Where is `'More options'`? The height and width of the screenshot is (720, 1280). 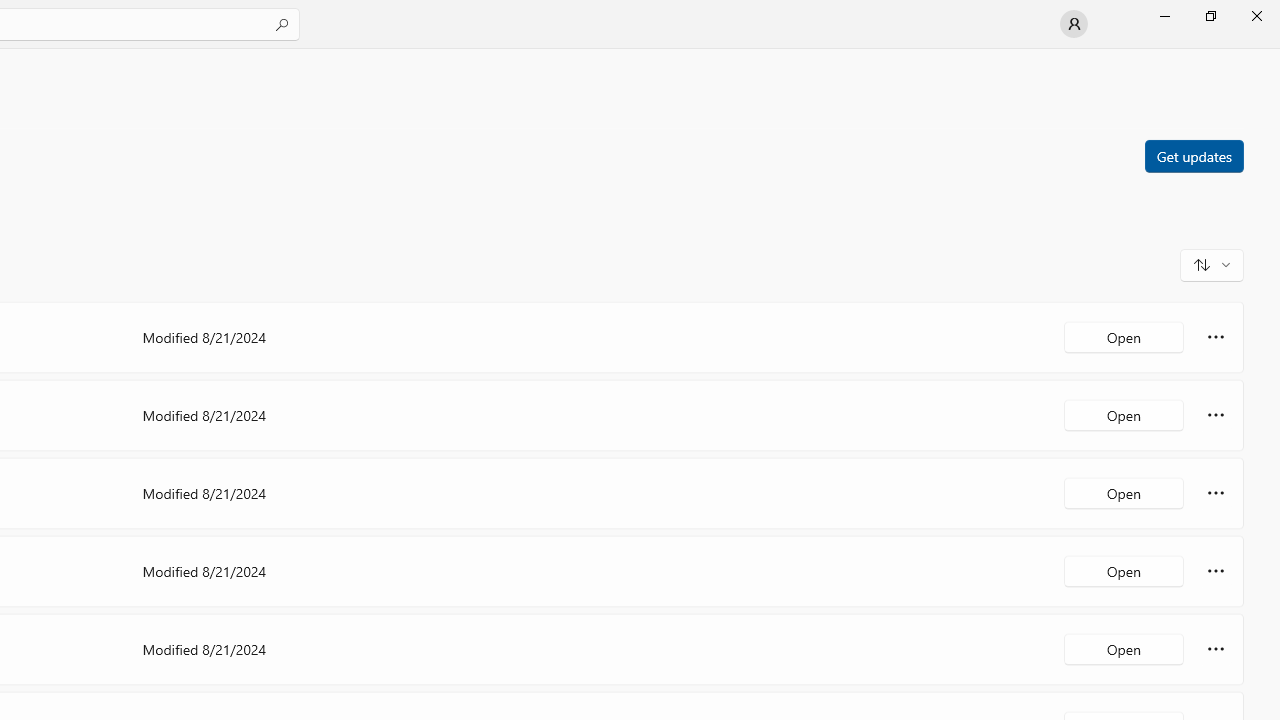
'More options' is located at coordinates (1215, 649).